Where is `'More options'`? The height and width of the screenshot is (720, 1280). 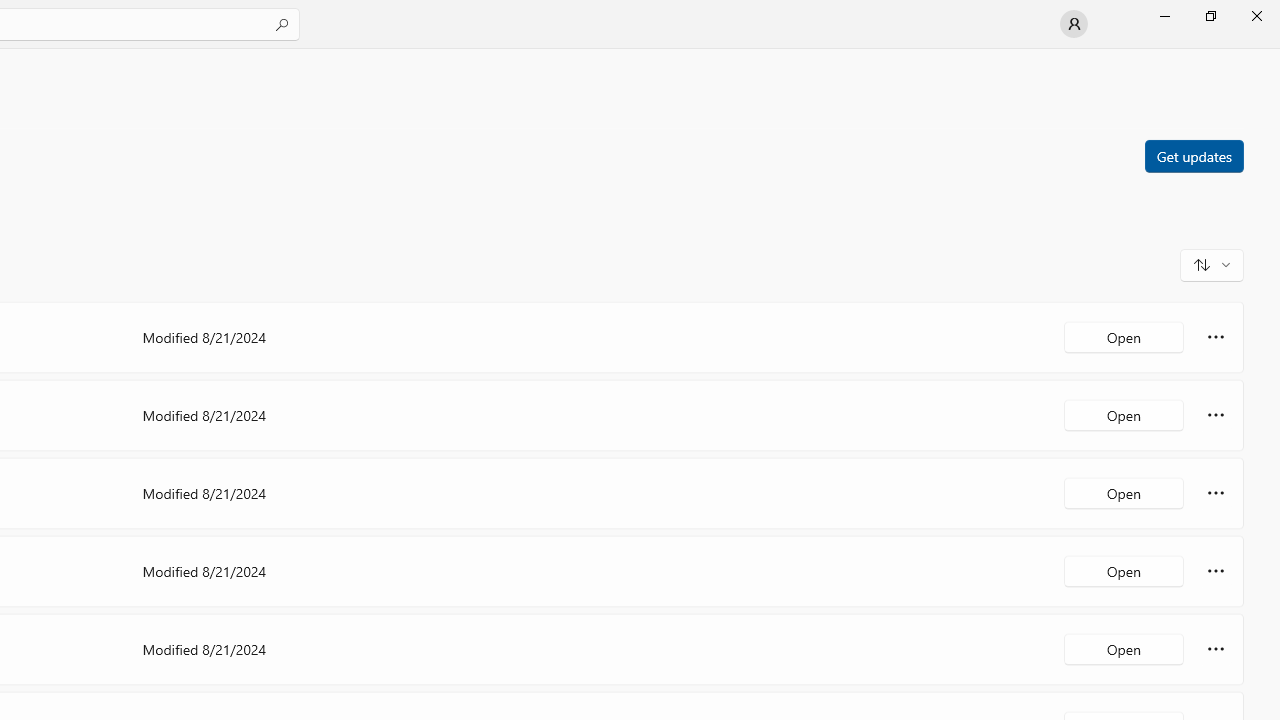
'More options' is located at coordinates (1215, 649).